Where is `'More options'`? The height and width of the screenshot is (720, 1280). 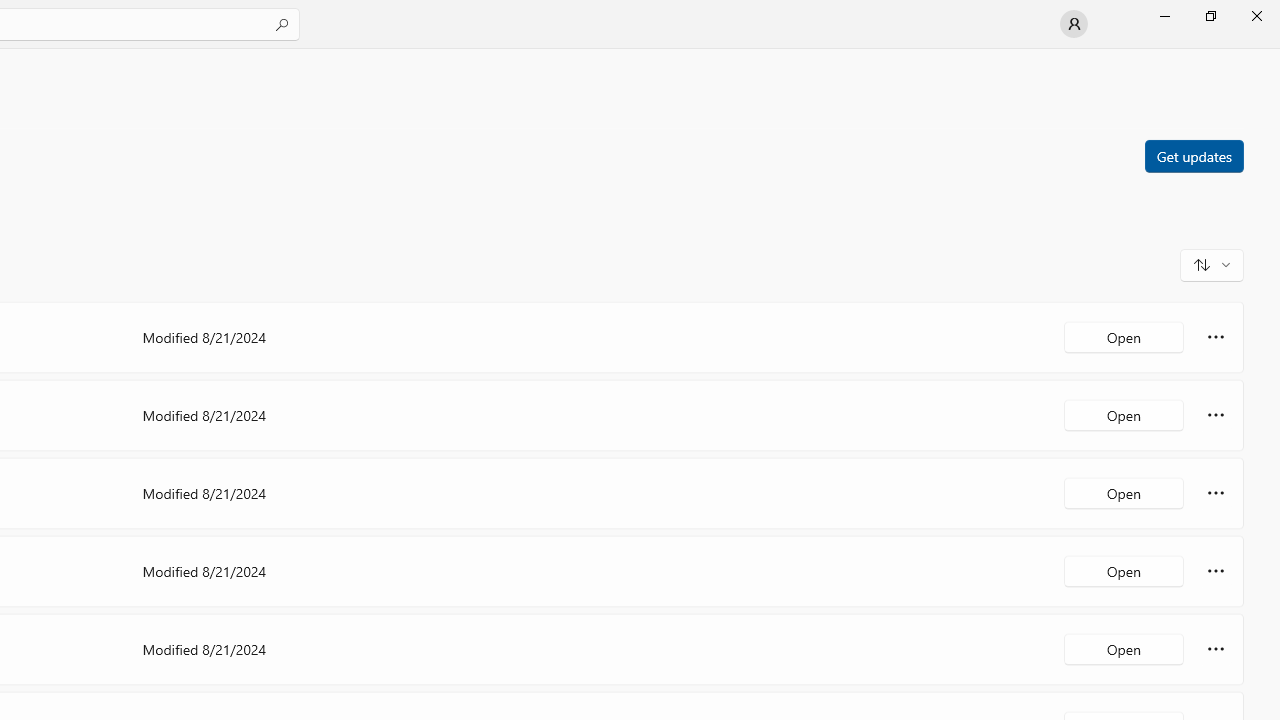
'More options' is located at coordinates (1215, 649).